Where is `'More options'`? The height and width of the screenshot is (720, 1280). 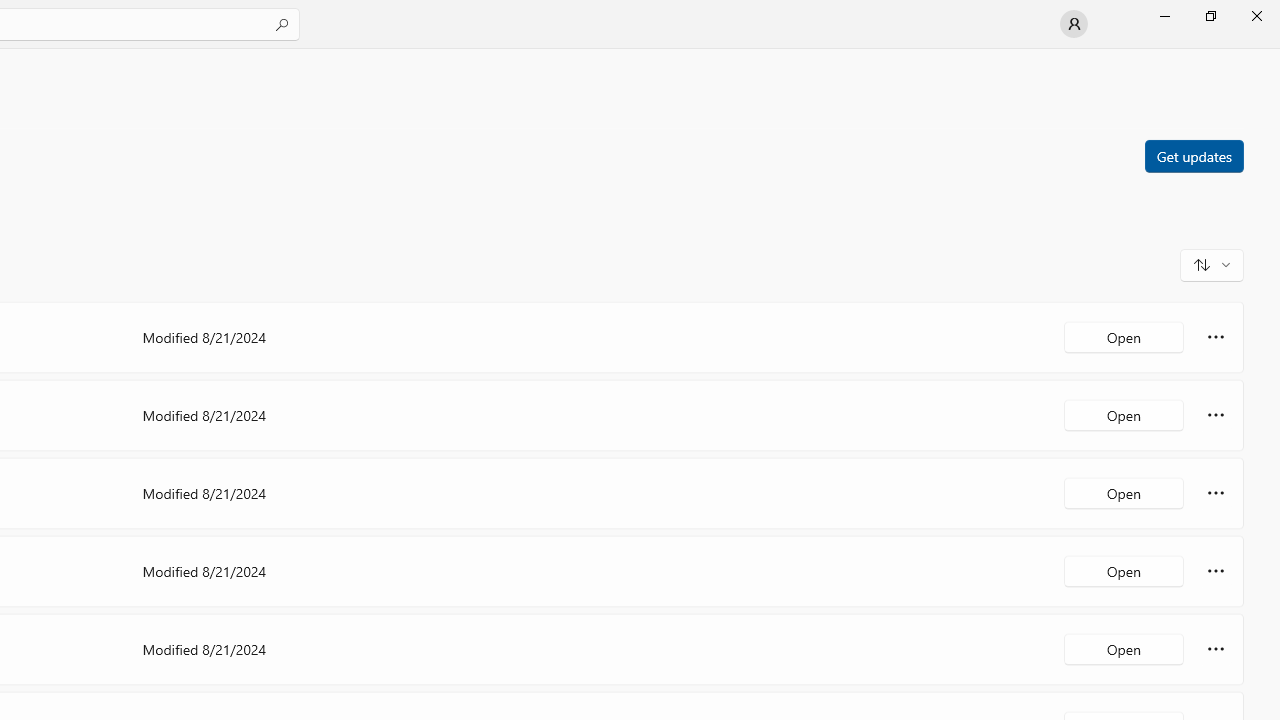
'More options' is located at coordinates (1215, 649).